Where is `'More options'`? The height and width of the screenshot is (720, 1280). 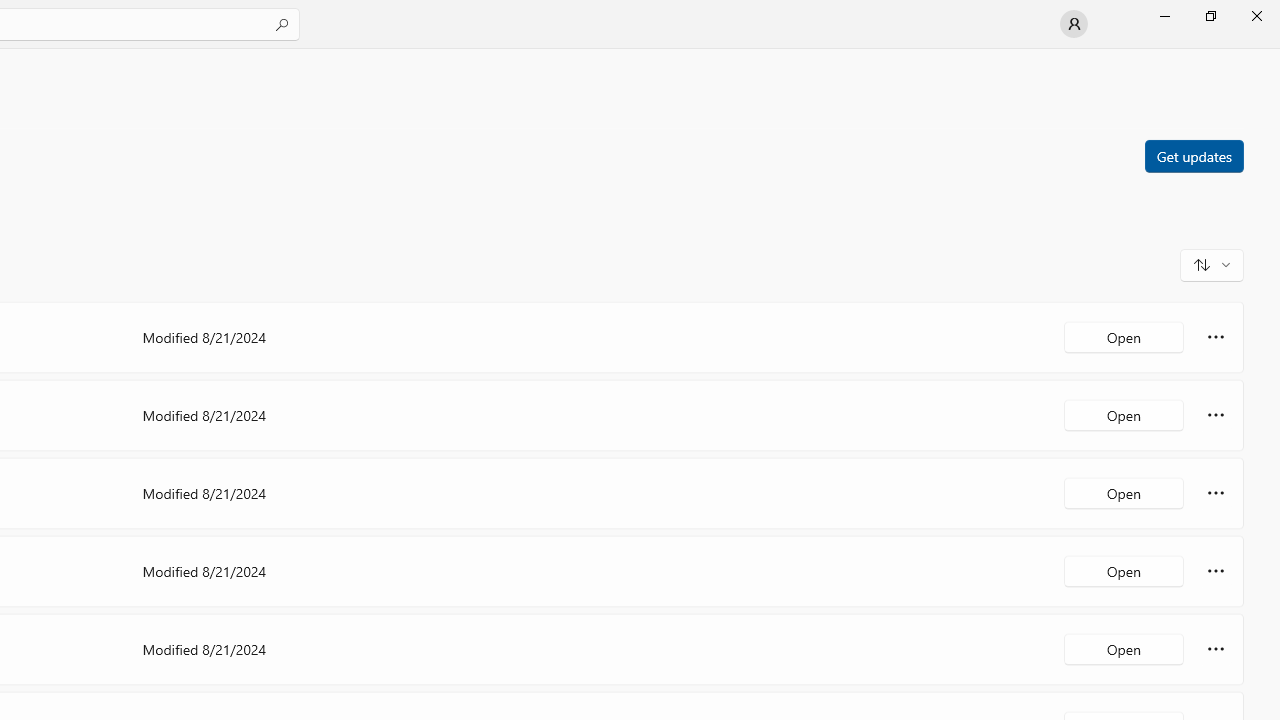
'More options' is located at coordinates (1215, 649).